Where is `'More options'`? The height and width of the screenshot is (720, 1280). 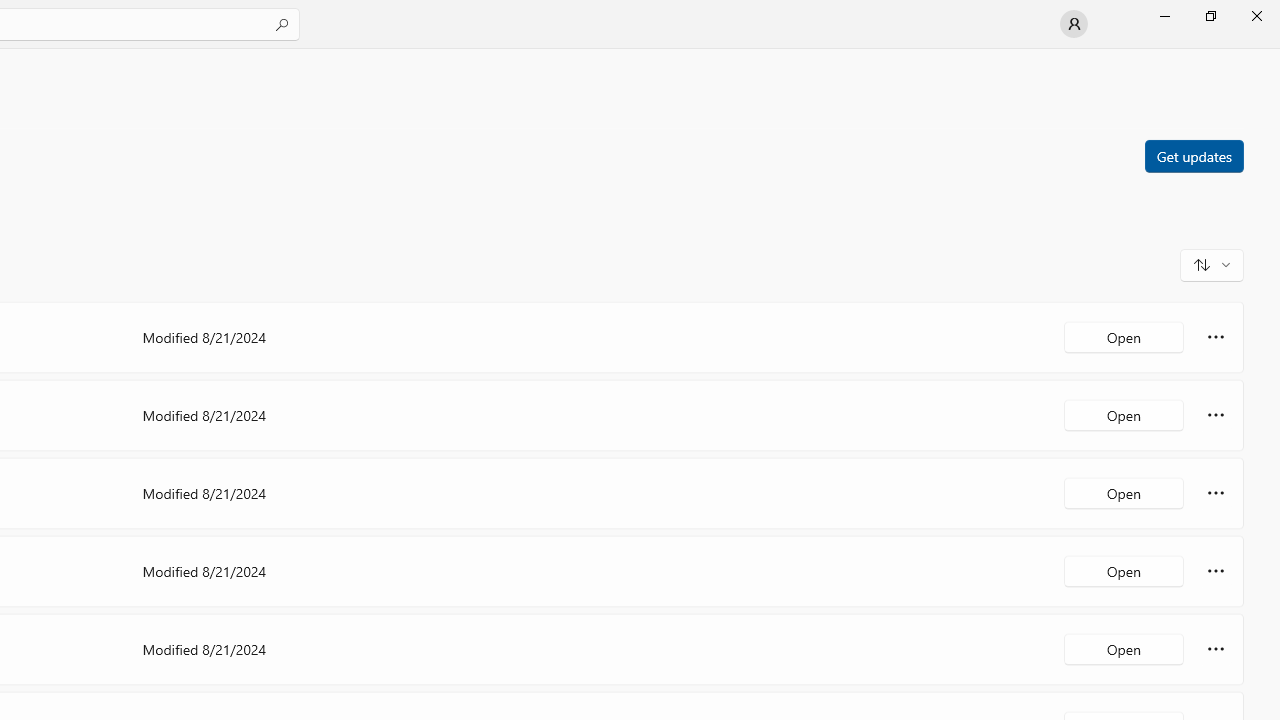
'More options' is located at coordinates (1215, 649).